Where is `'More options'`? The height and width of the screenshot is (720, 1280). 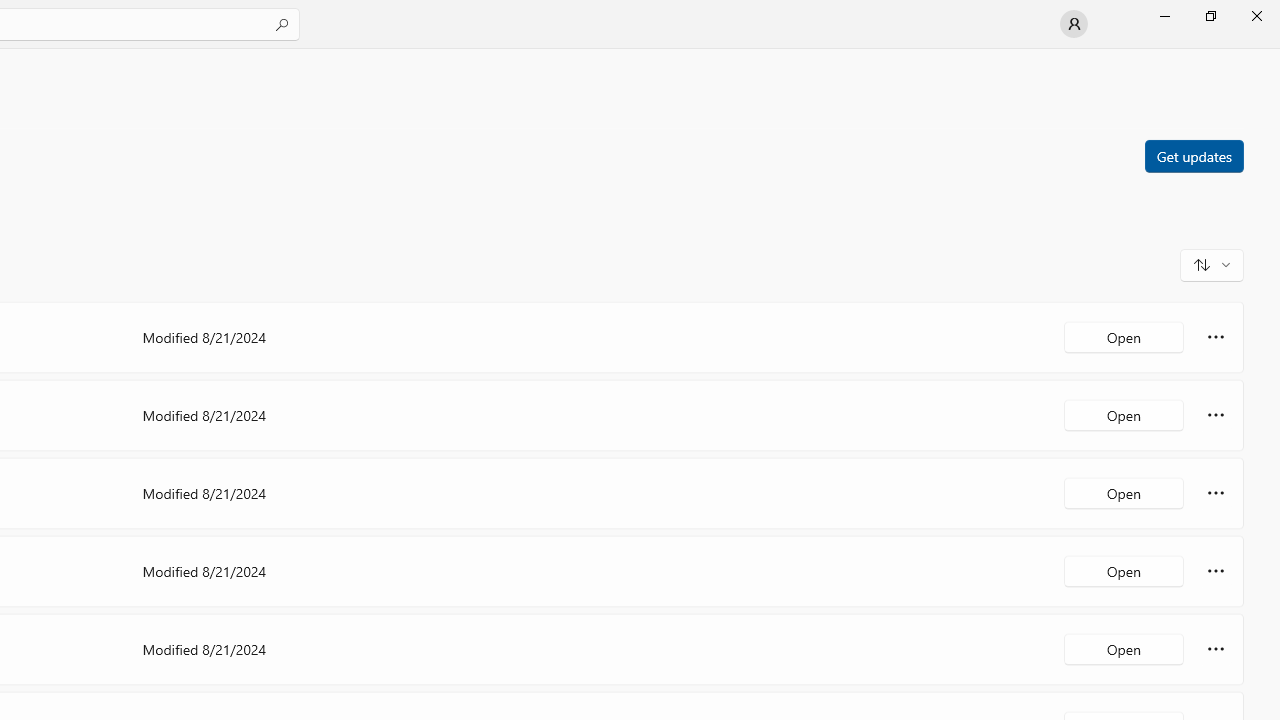
'More options' is located at coordinates (1215, 649).